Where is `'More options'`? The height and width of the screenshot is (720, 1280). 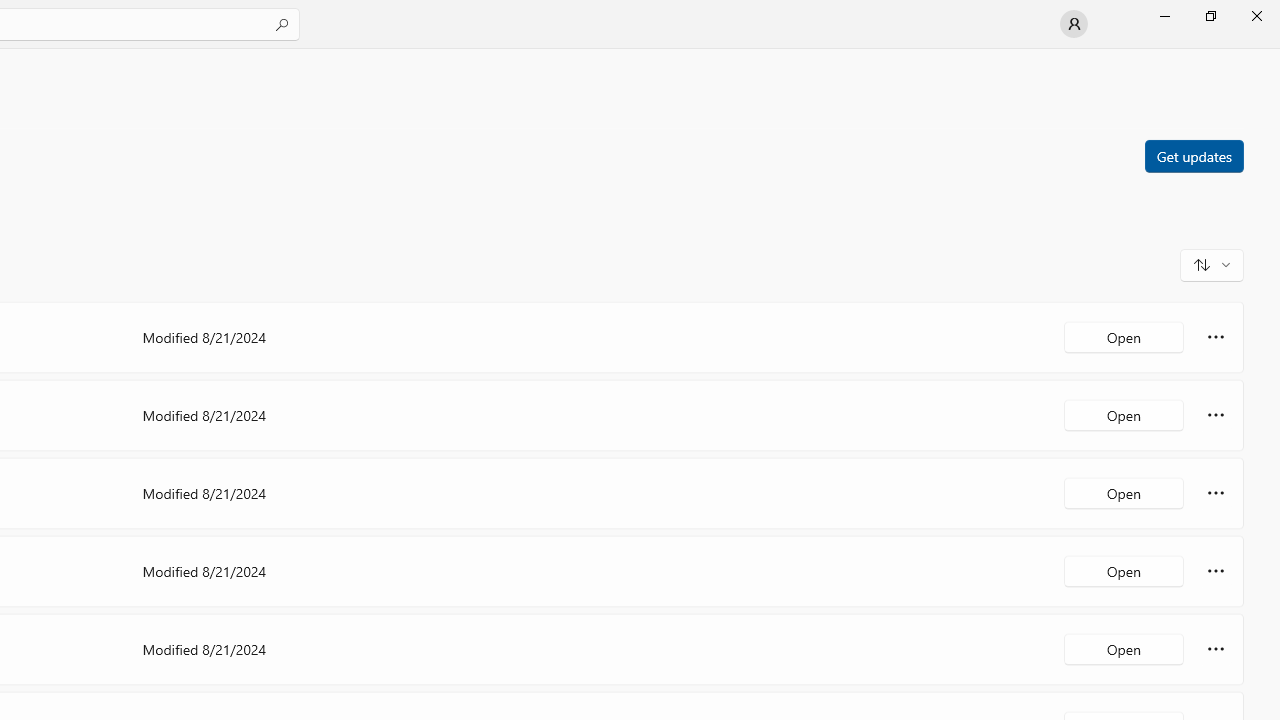
'More options' is located at coordinates (1215, 649).